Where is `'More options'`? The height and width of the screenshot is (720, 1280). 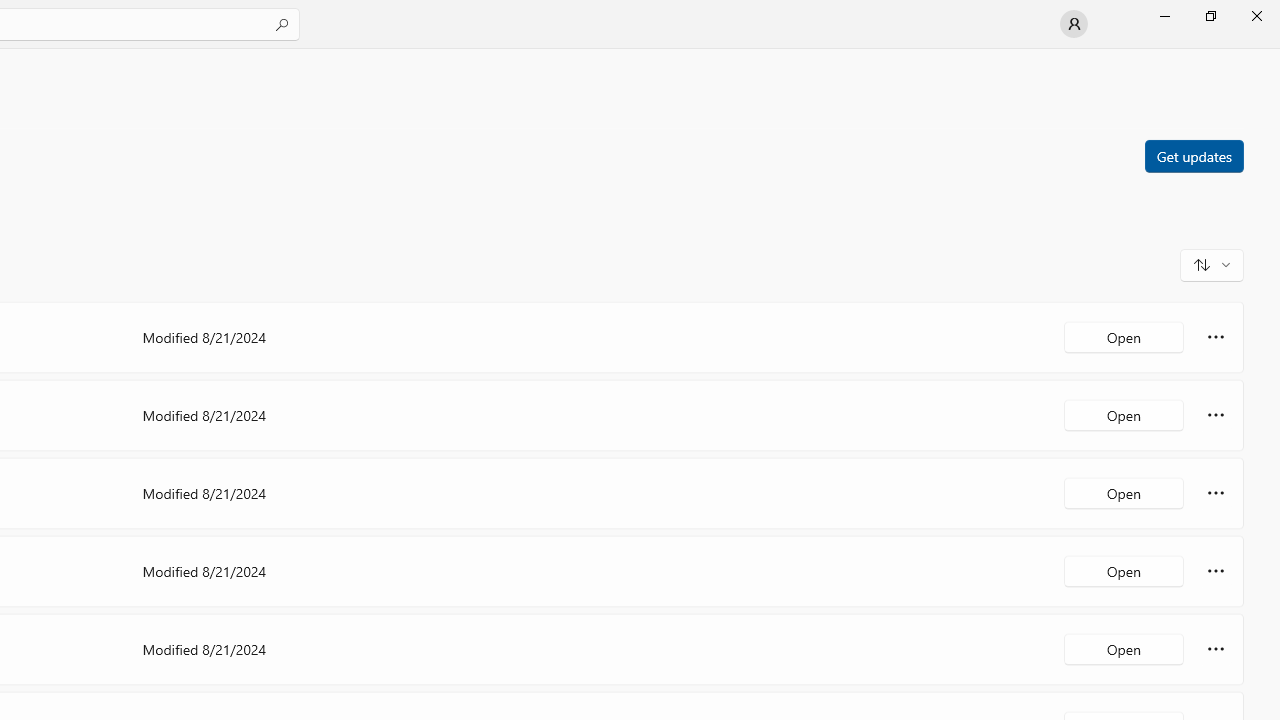
'More options' is located at coordinates (1215, 649).